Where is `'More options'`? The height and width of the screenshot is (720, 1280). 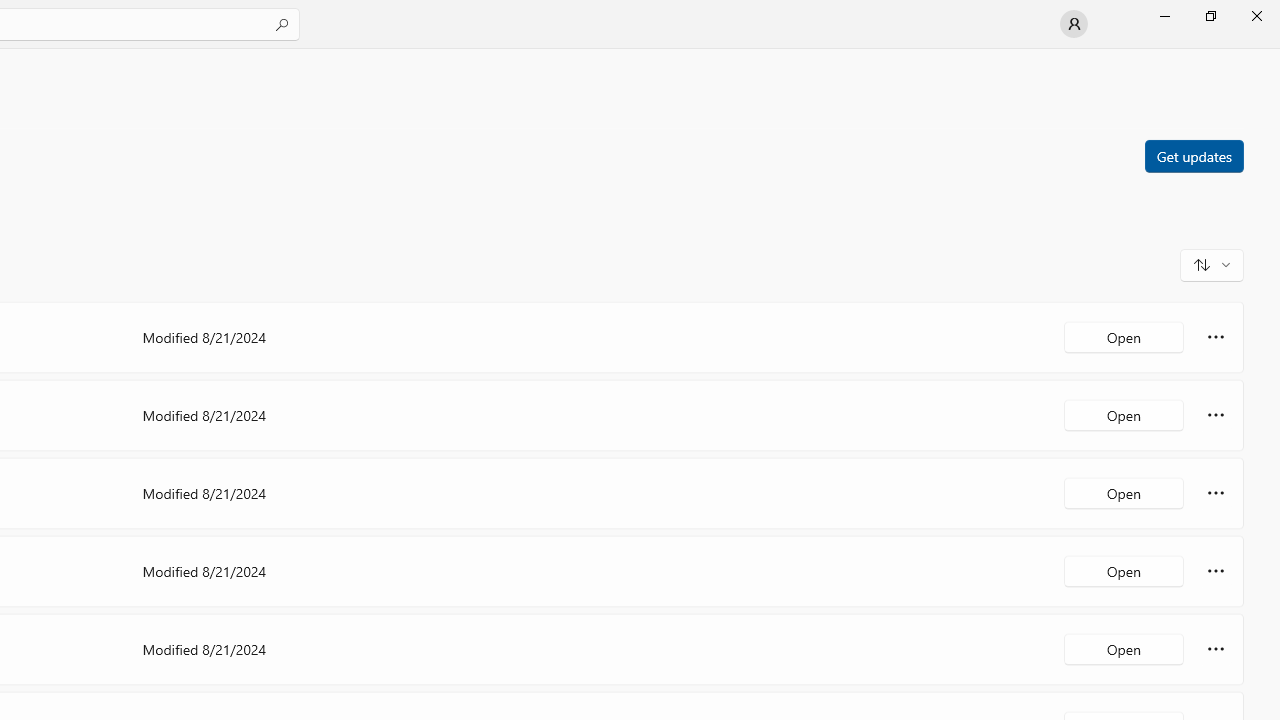
'More options' is located at coordinates (1215, 649).